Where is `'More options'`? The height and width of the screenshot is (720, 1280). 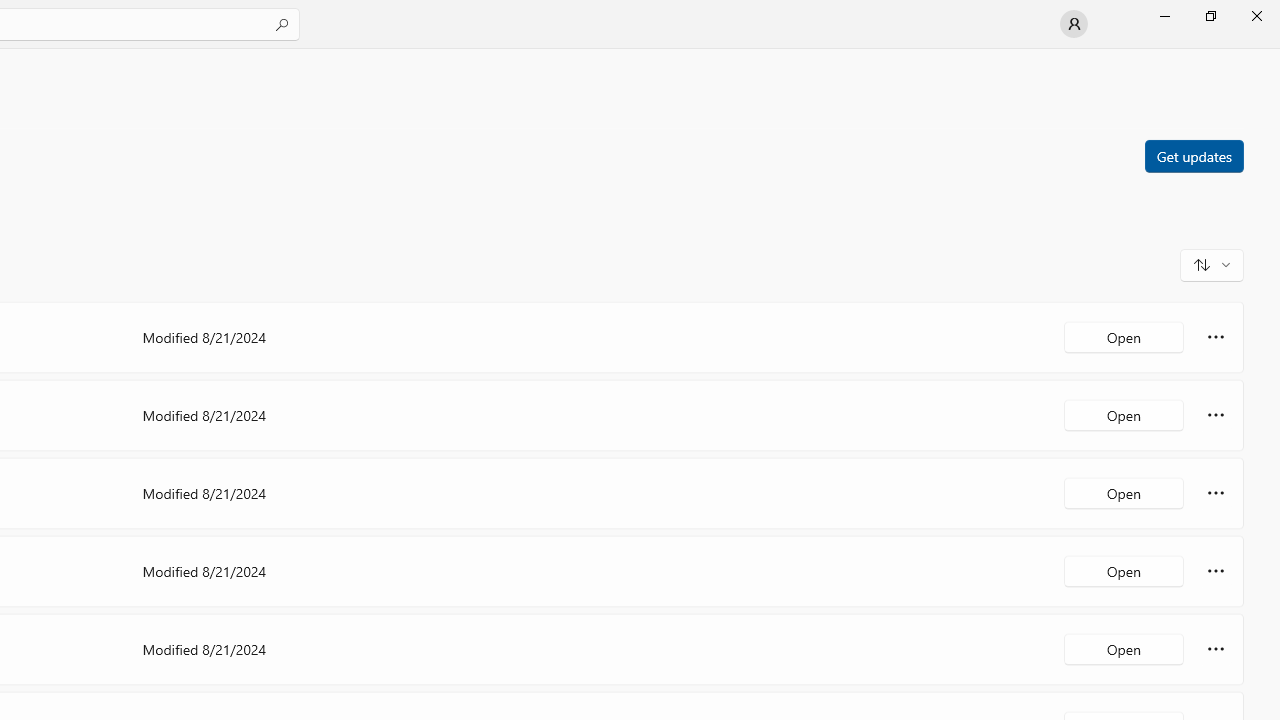
'More options' is located at coordinates (1215, 649).